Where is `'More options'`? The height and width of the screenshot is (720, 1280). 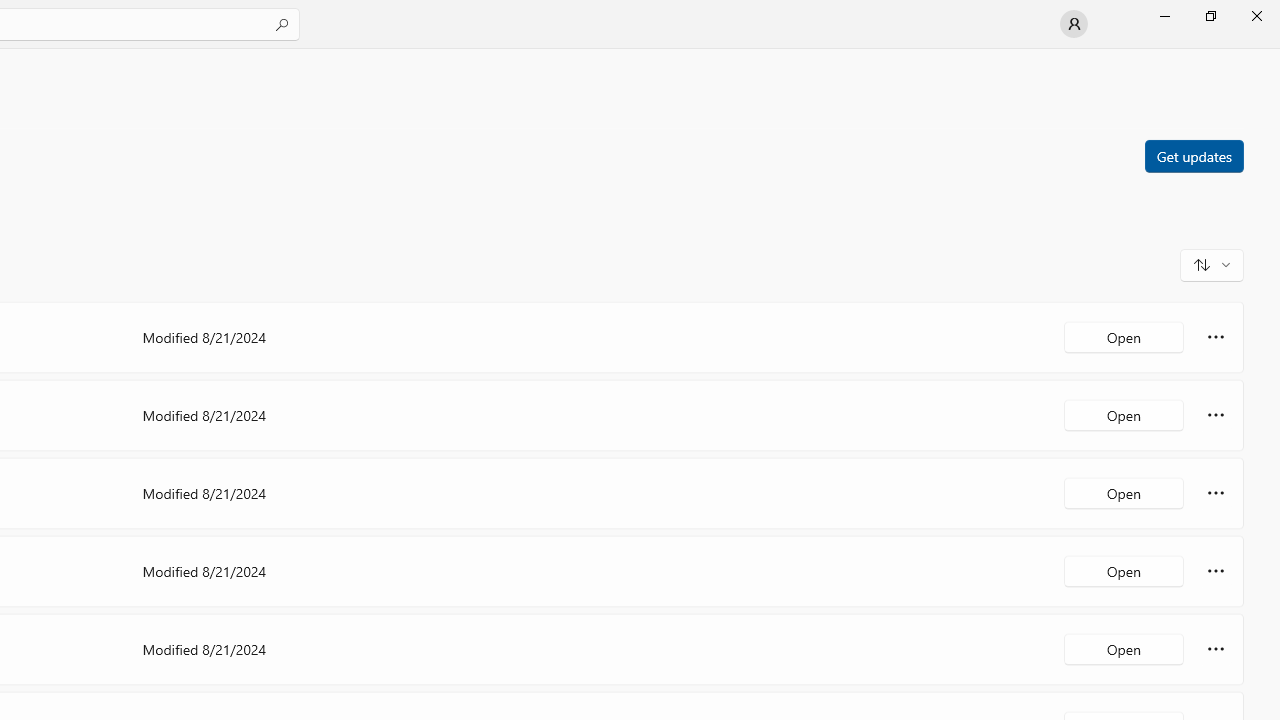
'More options' is located at coordinates (1215, 649).